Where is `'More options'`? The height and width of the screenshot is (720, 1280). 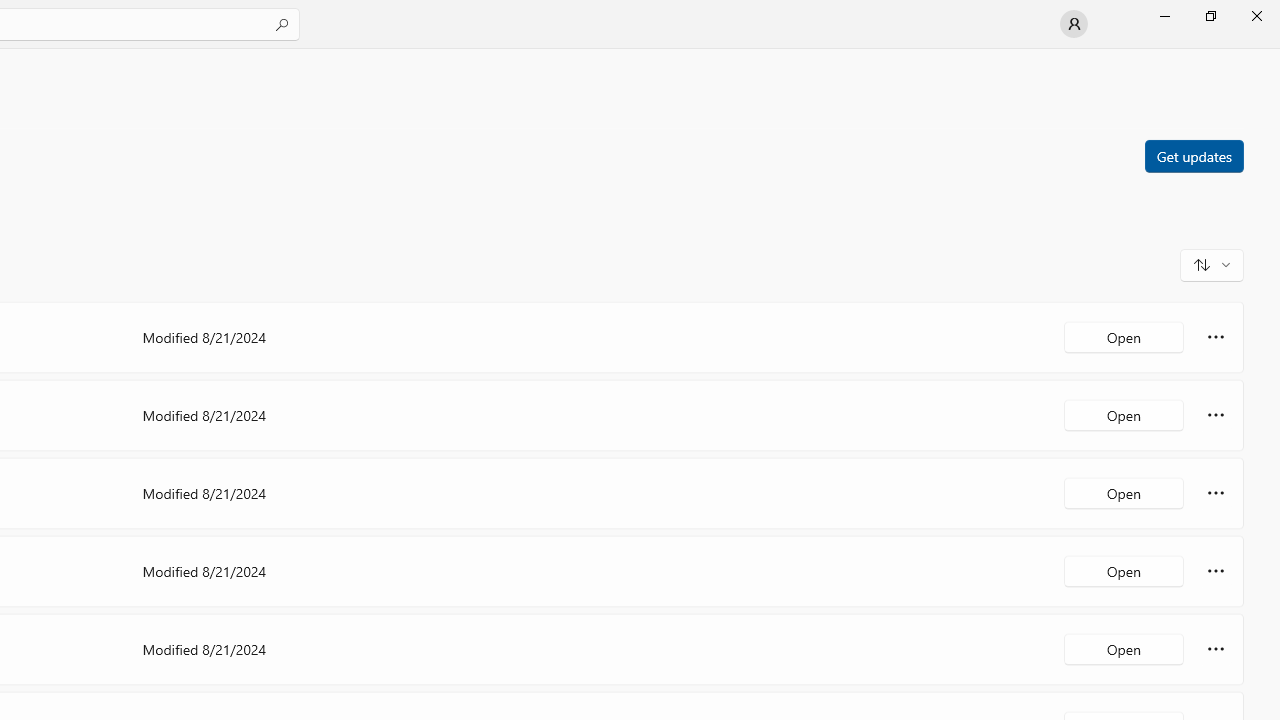
'More options' is located at coordinates (1215, 649).